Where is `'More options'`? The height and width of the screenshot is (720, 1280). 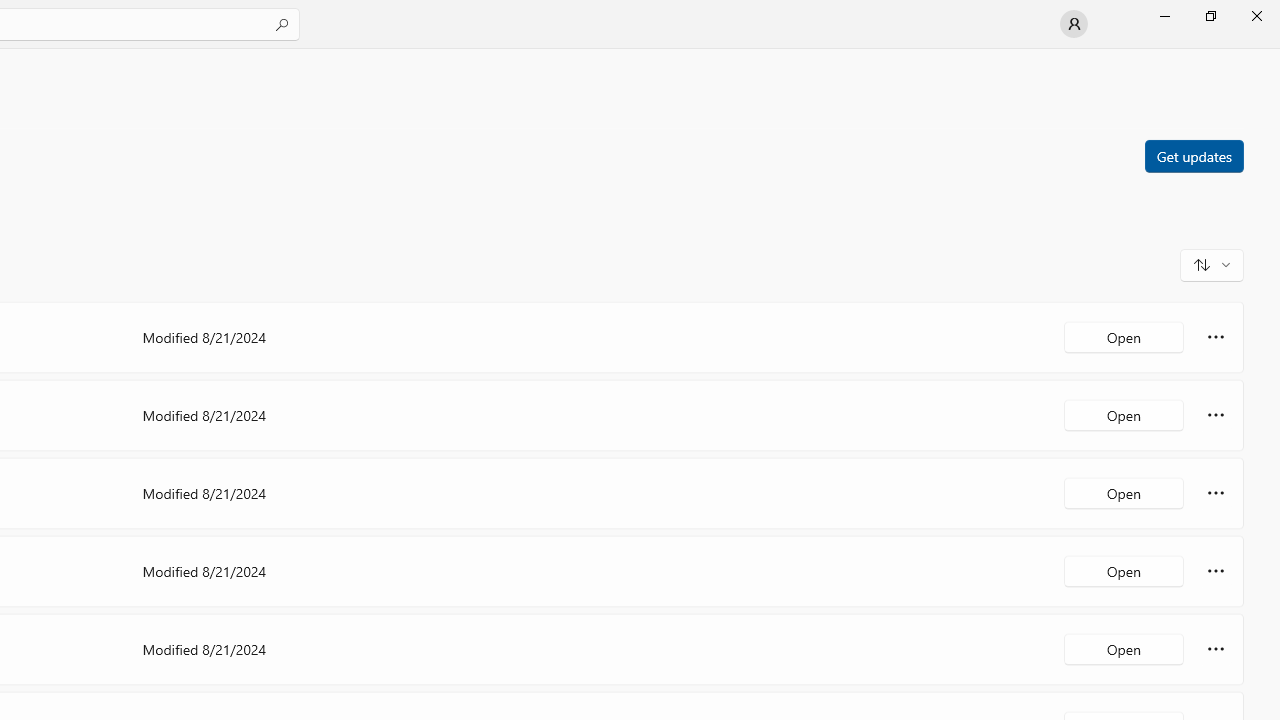
'More options' is located at coordinates (1215, 649).